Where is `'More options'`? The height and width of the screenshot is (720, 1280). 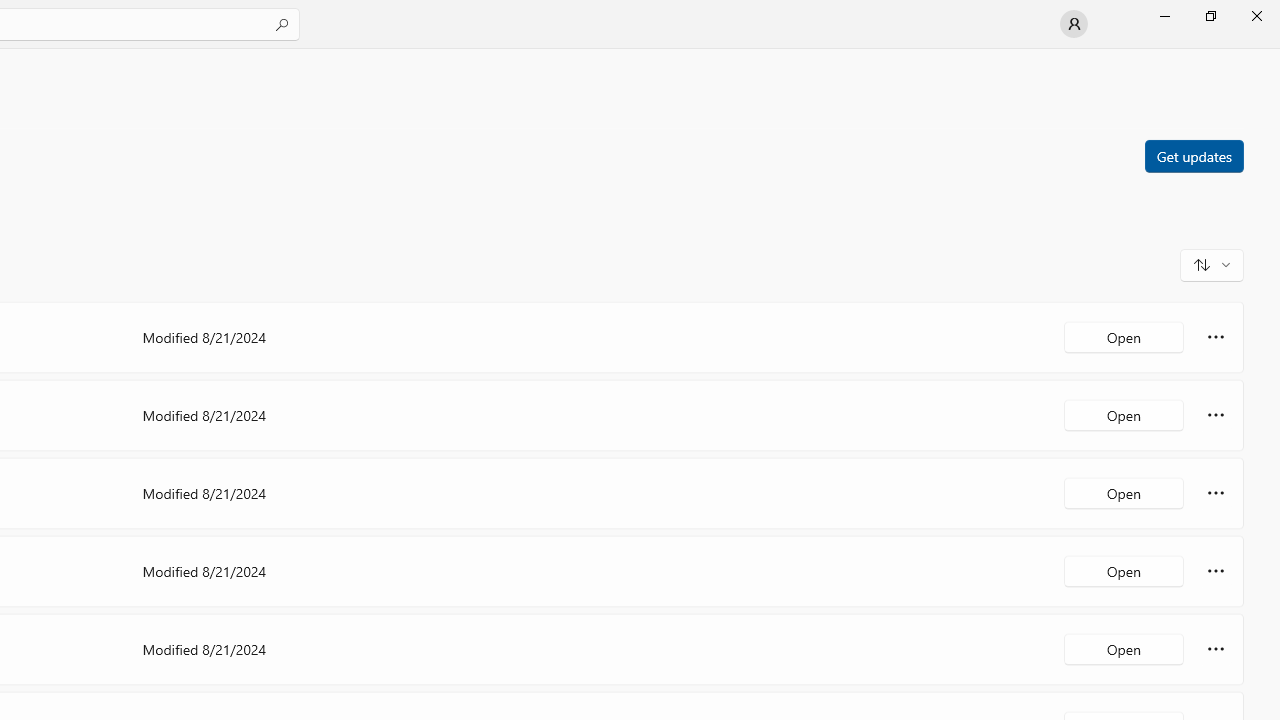
'More options' is located at coordinates (1215, 649).